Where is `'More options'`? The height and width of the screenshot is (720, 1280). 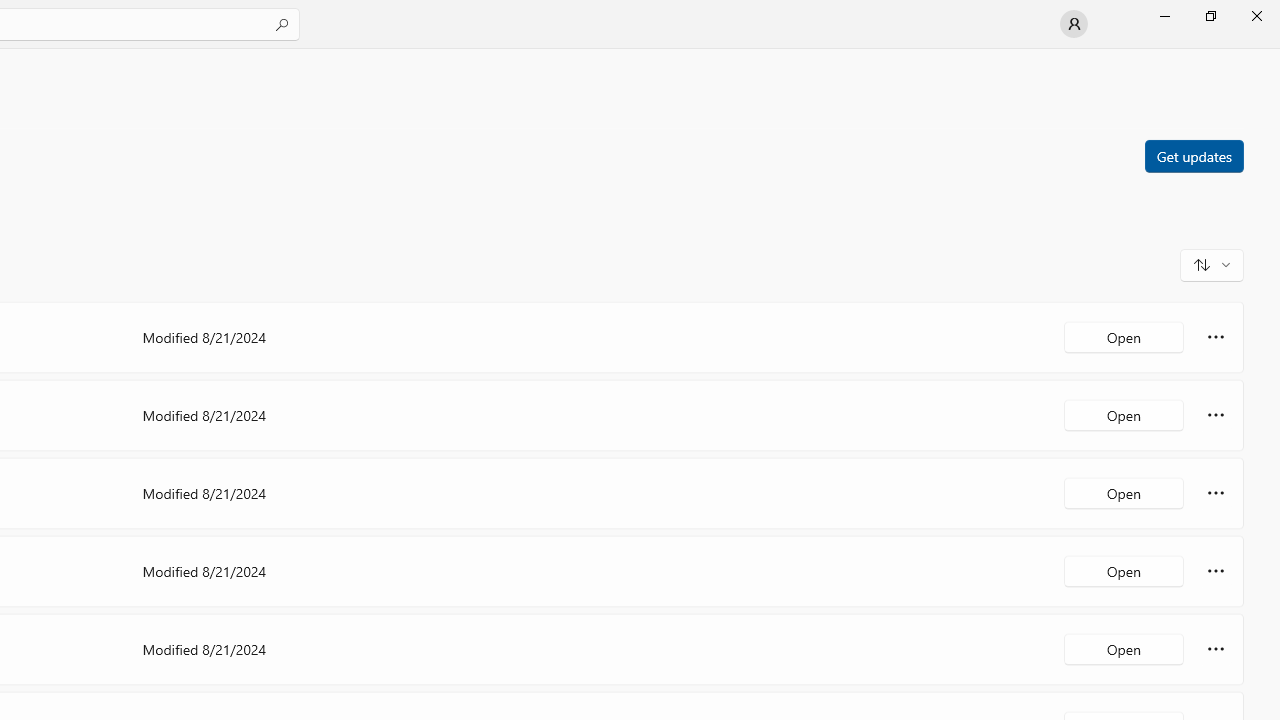
'More options' is located at coordinates (1215, 649).